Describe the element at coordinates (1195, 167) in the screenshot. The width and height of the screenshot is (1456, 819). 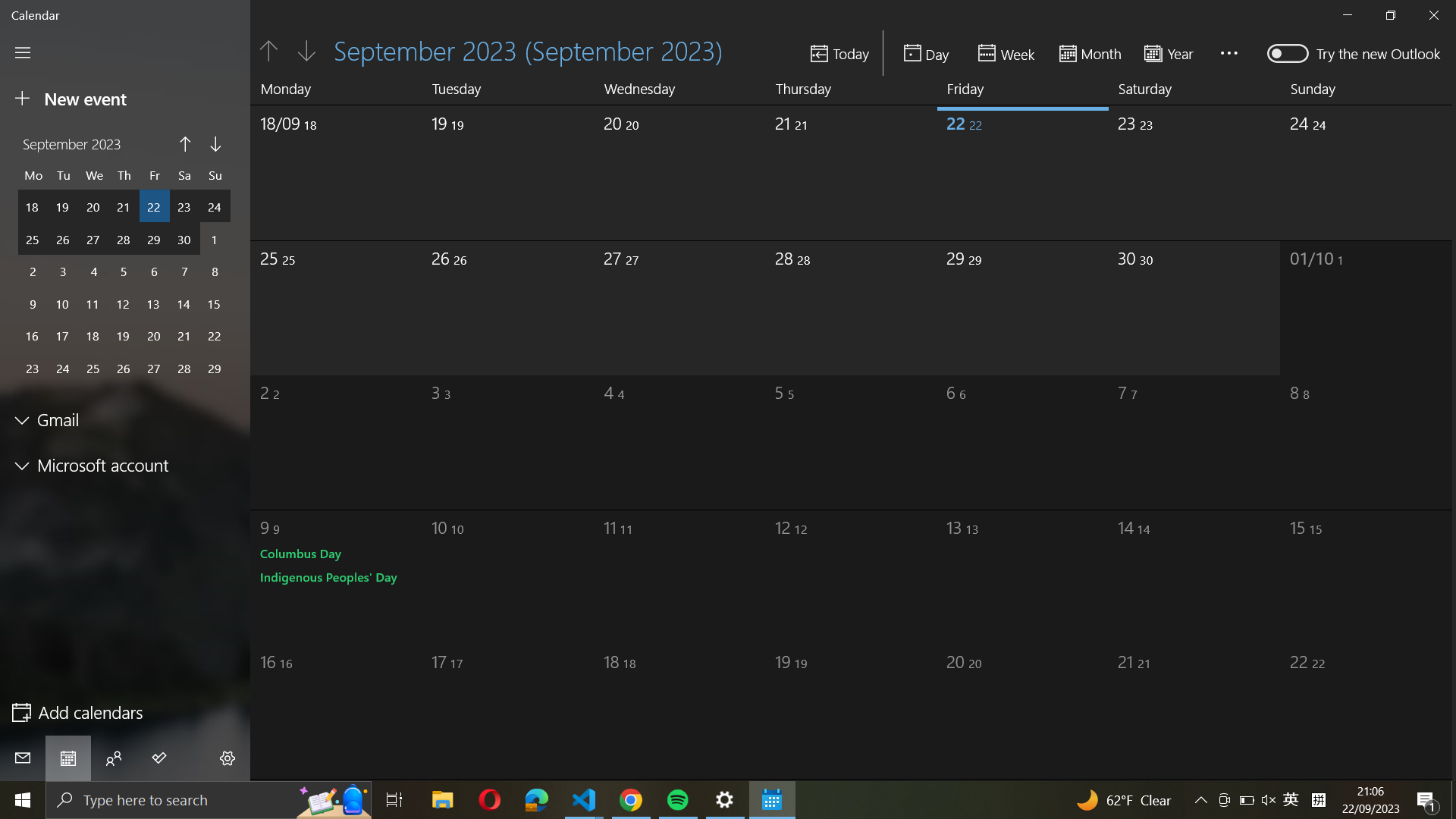
I see `jump to the date of Sep.30` at that location.